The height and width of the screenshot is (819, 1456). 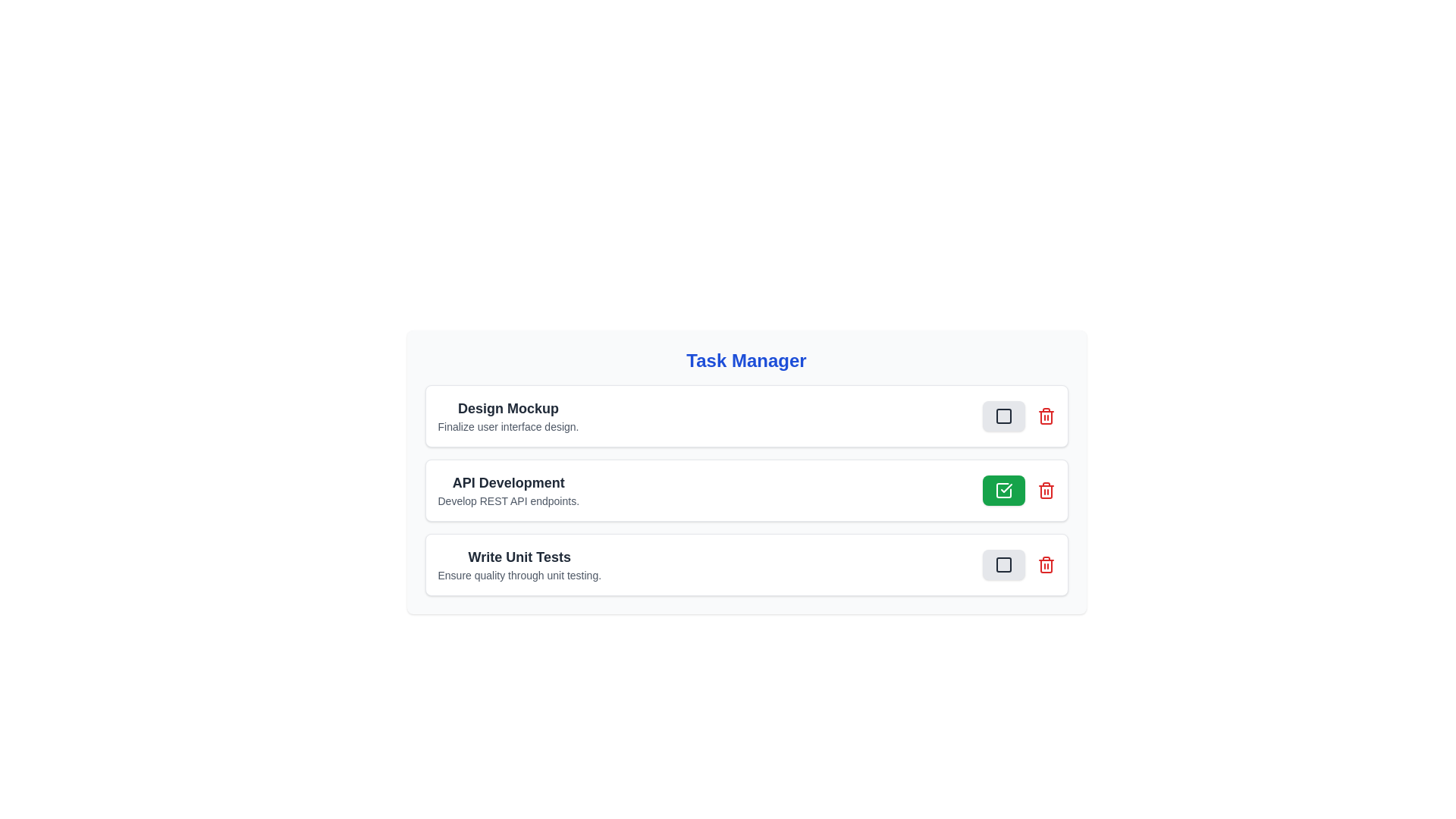 What do you see at coordinates (1003, 416) in the screenshot?
I see `the checkbox located to the left of the red trash icon within the 'Design Mockup' task card for potential visual feedback` at bounding box center [1003, 416].